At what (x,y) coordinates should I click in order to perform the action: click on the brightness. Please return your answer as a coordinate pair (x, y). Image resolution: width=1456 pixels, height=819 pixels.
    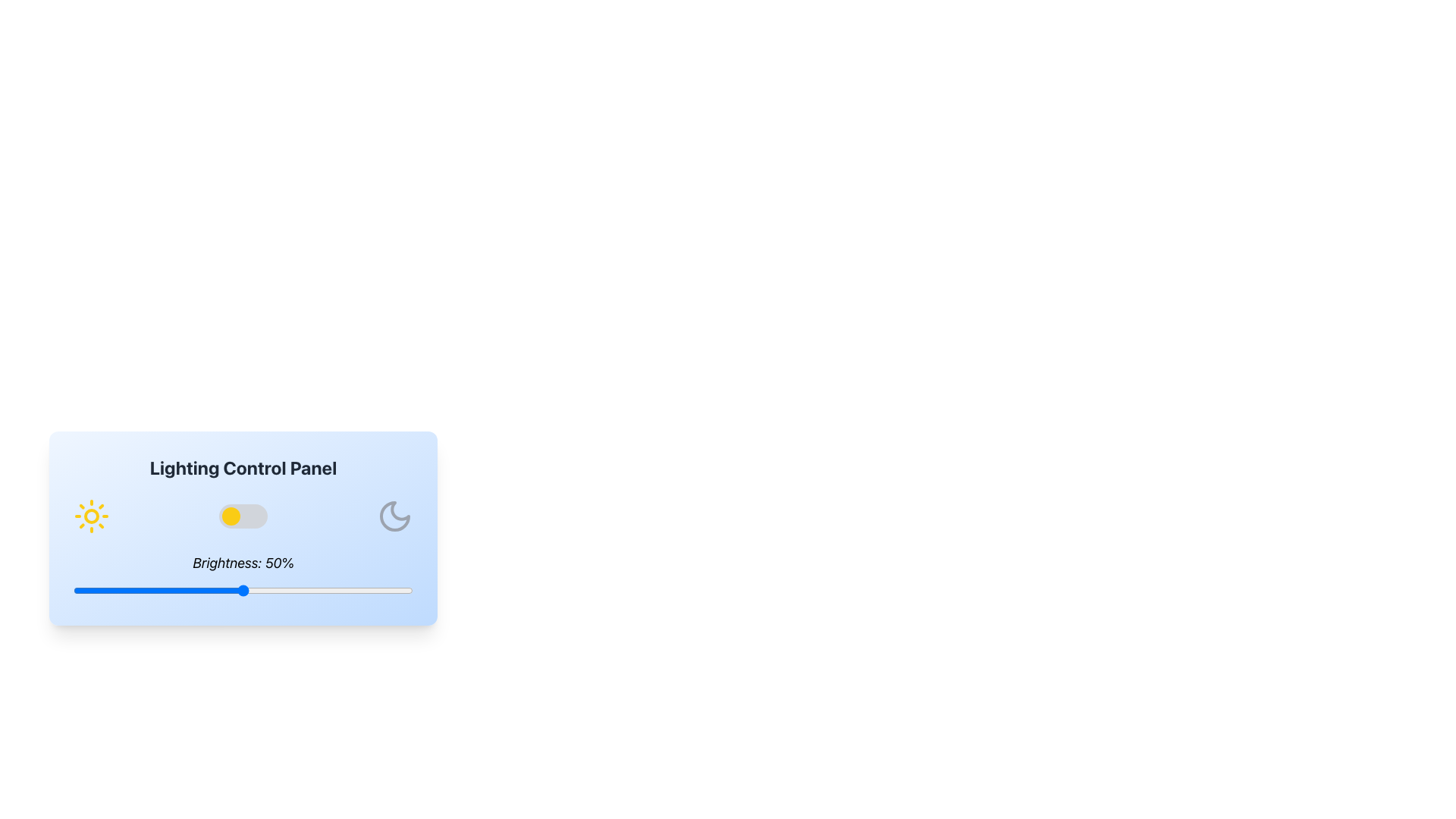
    Looking at the image, I should click on (202, 590).